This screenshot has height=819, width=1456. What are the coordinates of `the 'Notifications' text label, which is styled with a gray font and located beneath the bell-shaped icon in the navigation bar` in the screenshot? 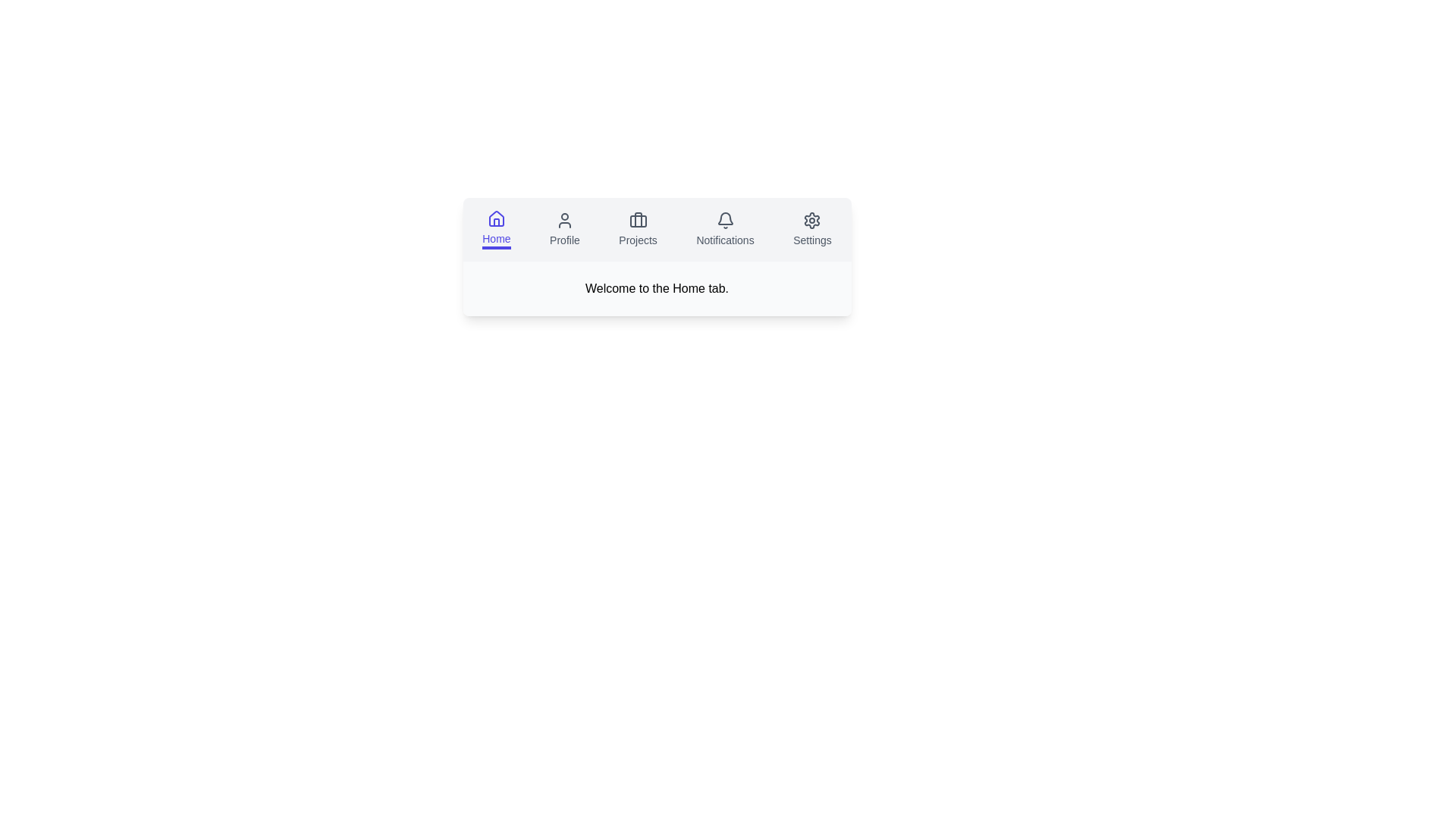 It's located at (724, 239).